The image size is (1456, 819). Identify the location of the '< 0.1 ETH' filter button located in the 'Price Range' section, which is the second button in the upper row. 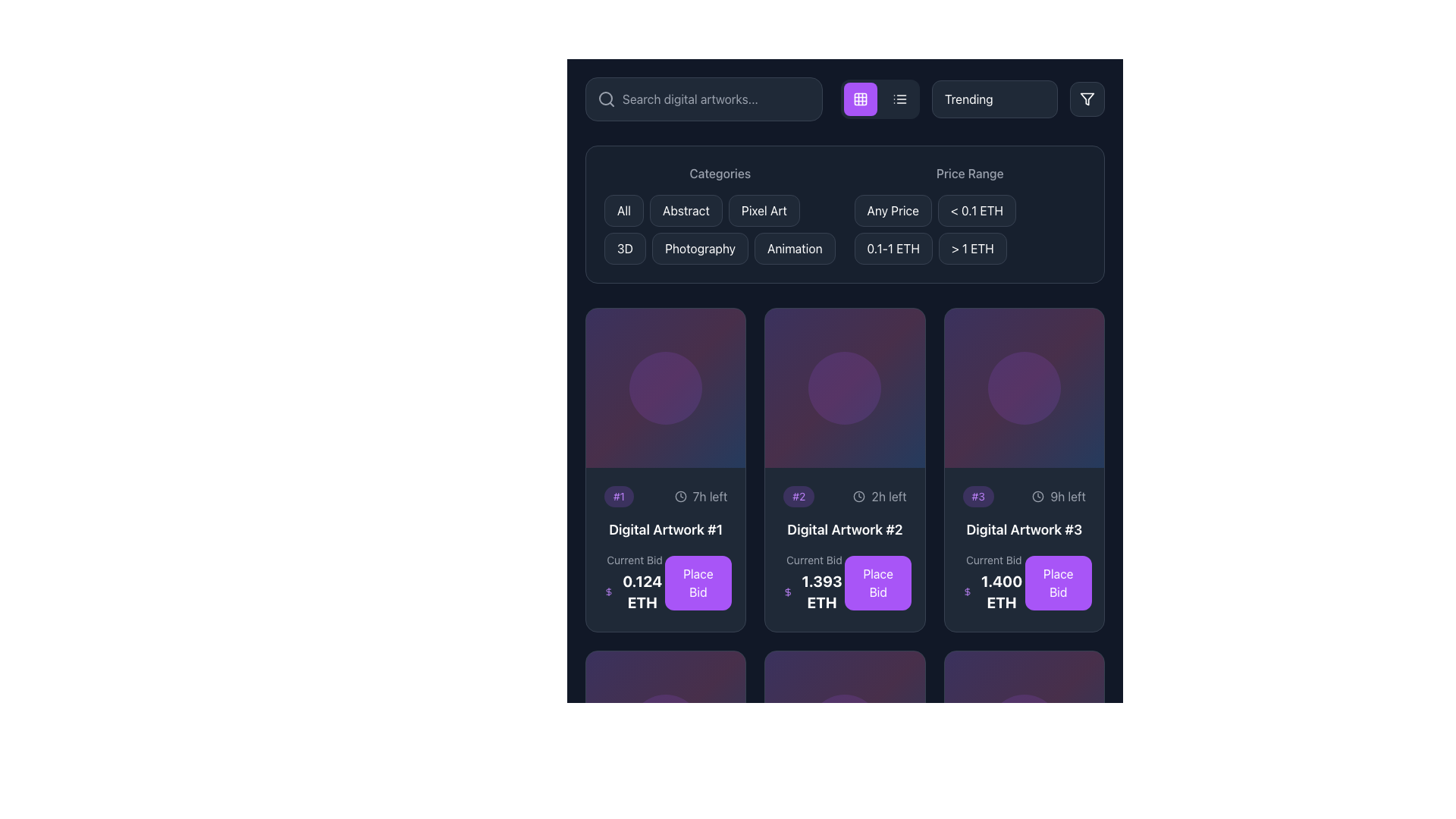
(969, 214).